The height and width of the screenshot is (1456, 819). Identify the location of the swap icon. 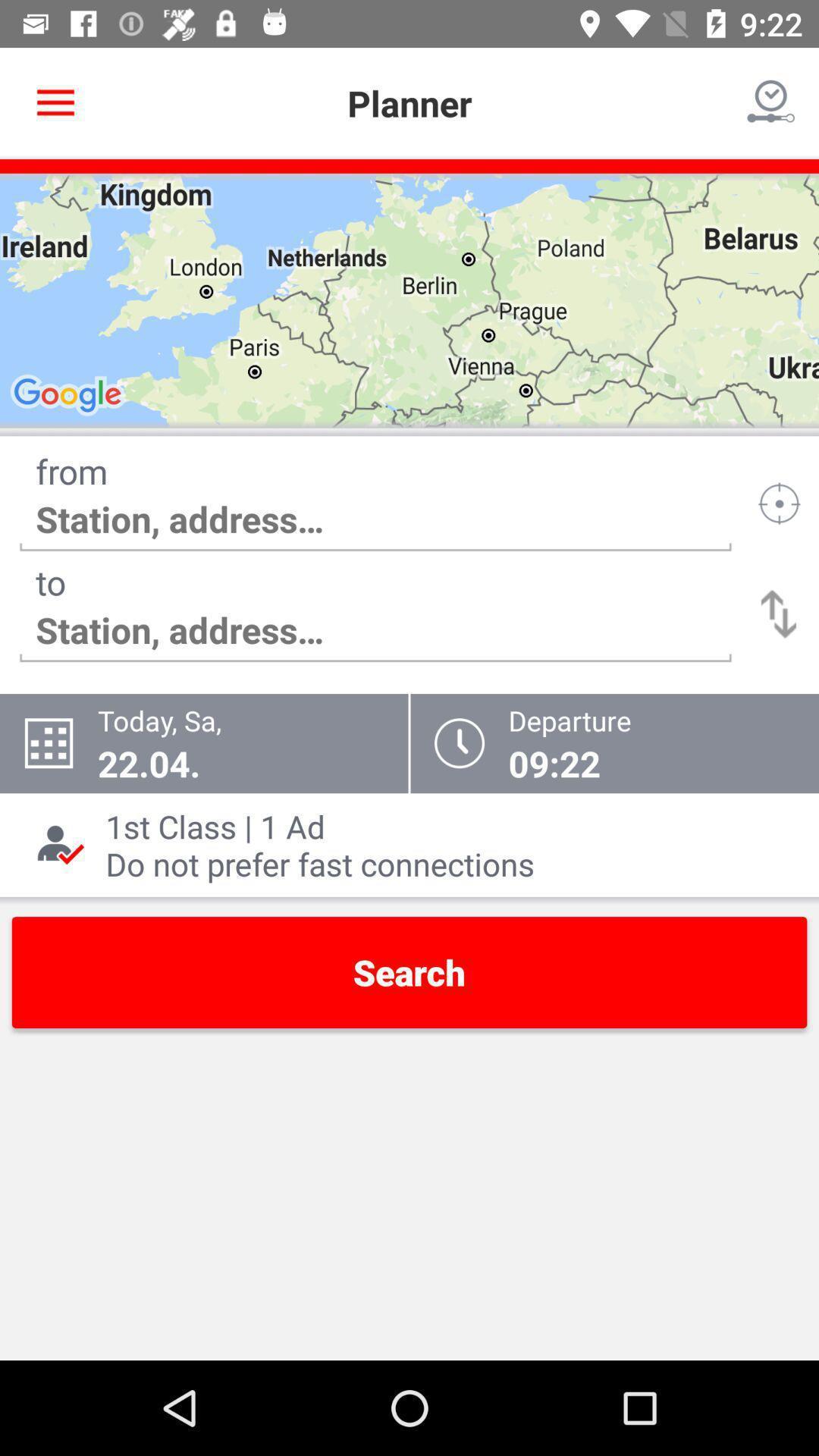
(779, 614).